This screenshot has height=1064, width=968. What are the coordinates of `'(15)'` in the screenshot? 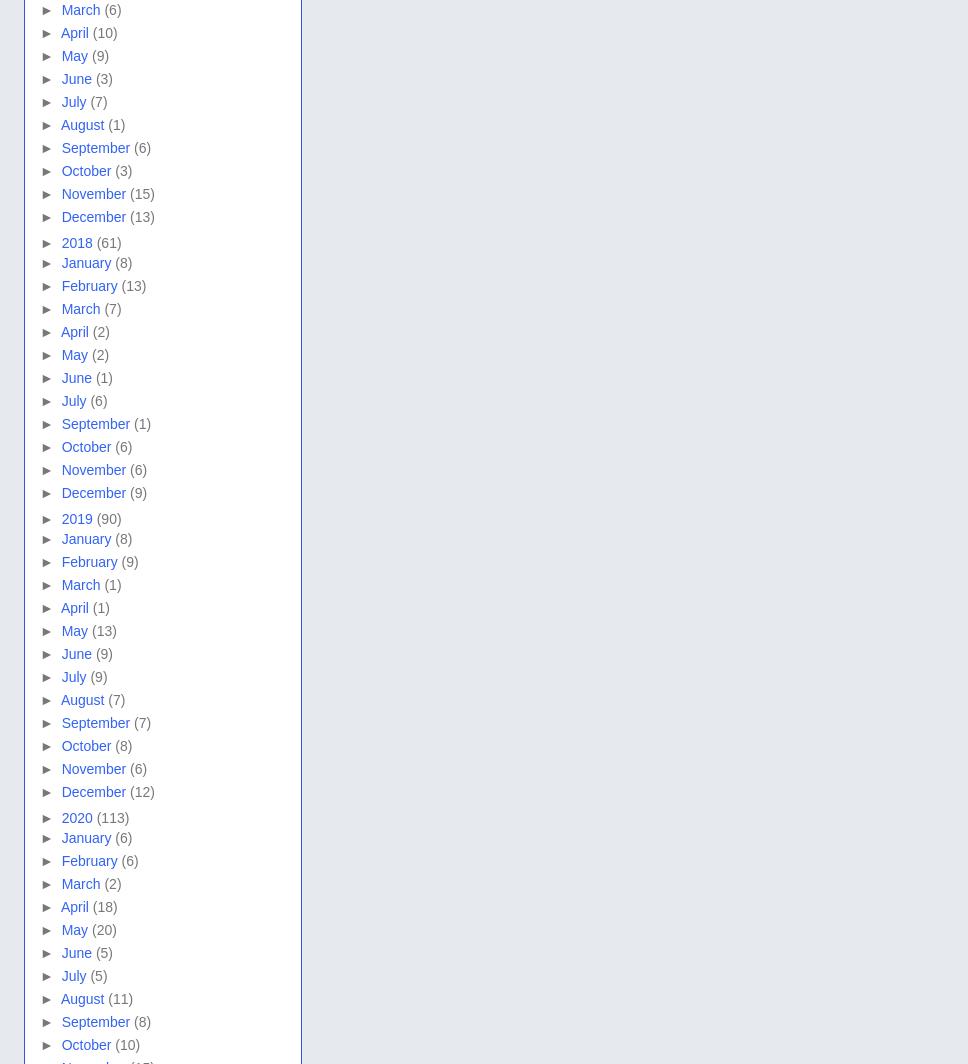 It's located at (141, 193).